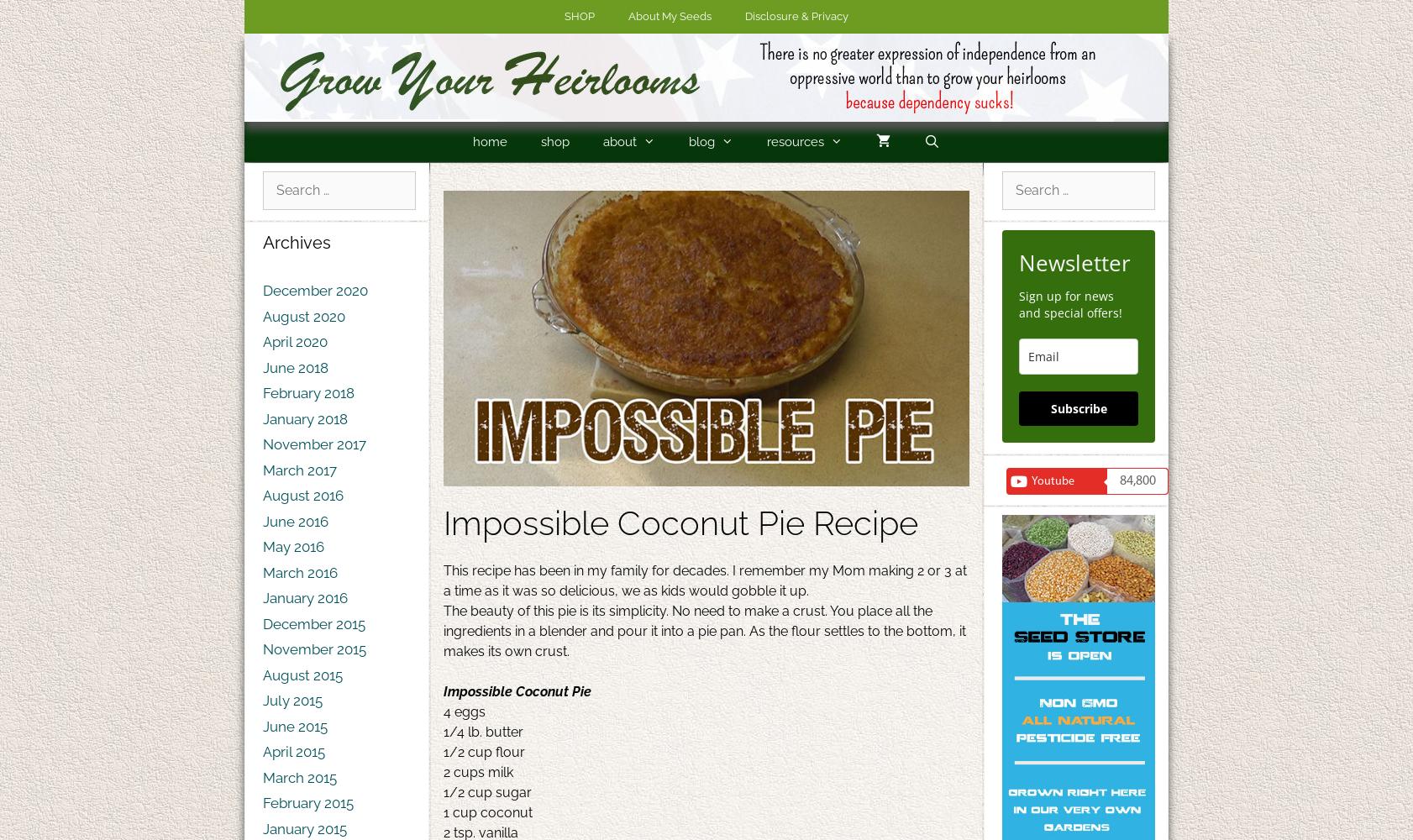 This screenshot has width=1413, height=840. What do you see at coordinates (670, 16) in the screenshot?
I see `'About My Seeds'` at bounding box center [670, 16].